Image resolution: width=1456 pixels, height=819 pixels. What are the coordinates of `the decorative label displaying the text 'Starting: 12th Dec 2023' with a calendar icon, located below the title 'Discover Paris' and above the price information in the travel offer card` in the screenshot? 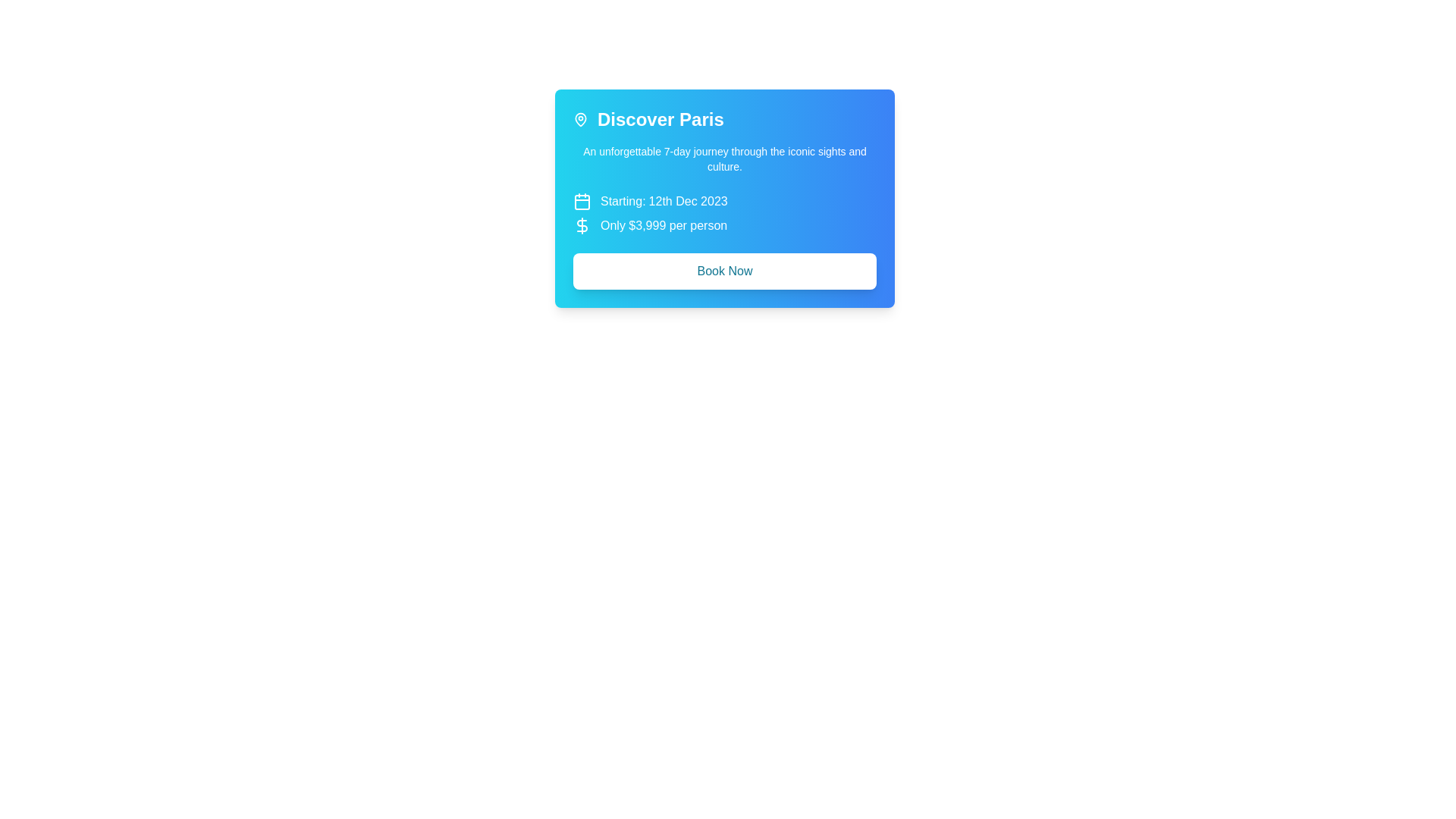 It's located at (723, 201).